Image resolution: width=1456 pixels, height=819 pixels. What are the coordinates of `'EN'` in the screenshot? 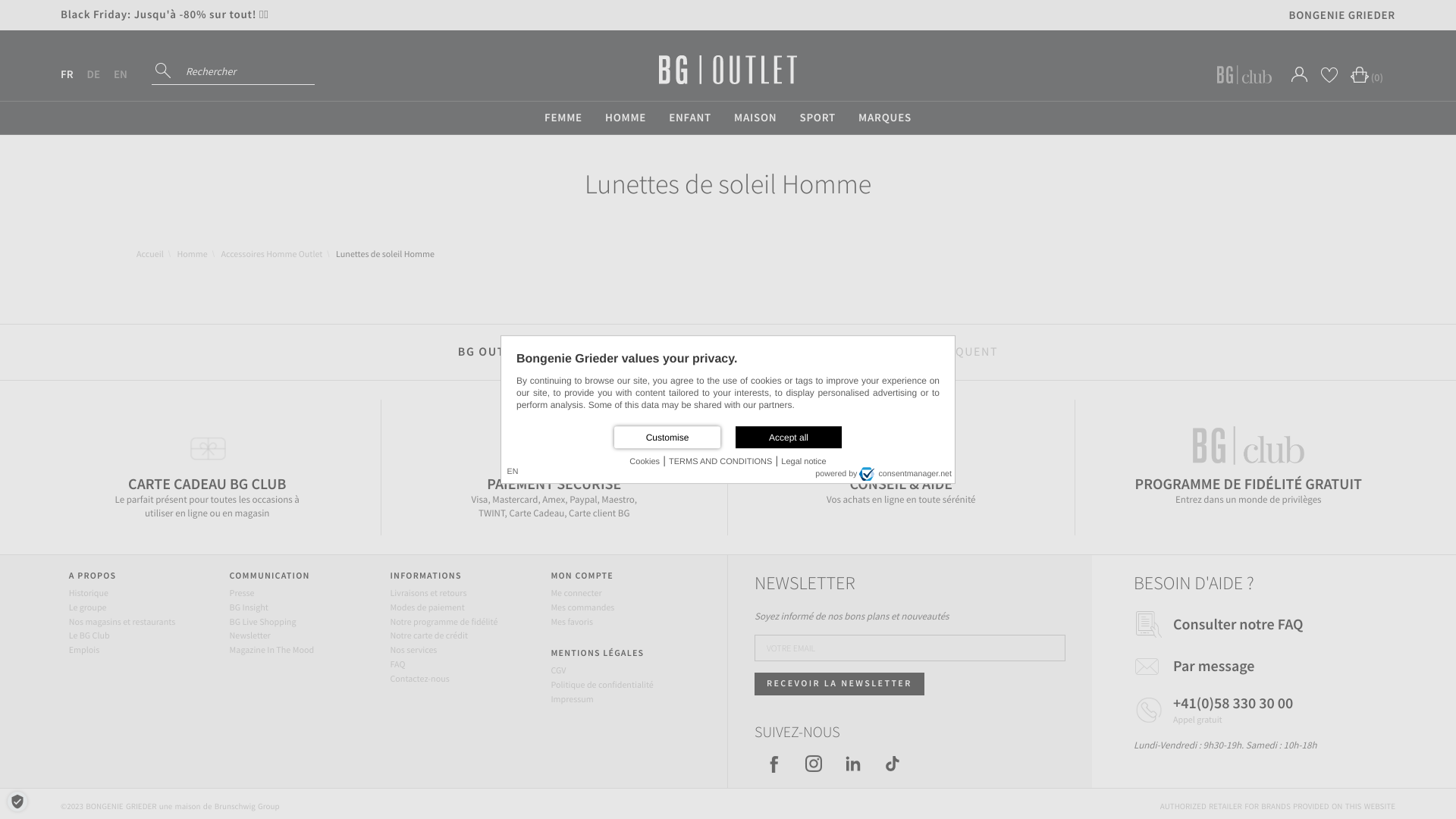 It's located at (119, 74).